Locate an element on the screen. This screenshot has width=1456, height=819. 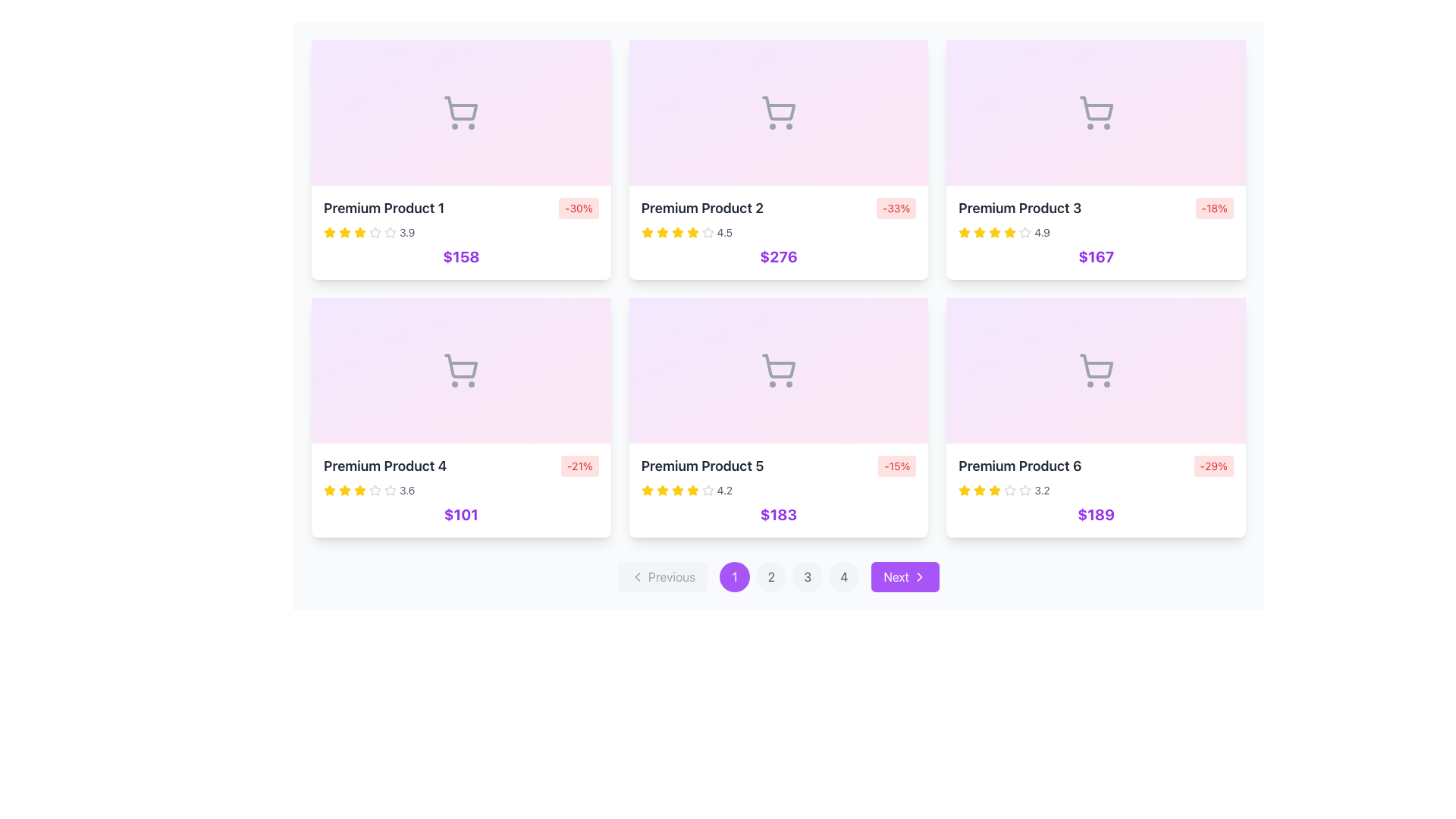
the star icon that indicates the quality rating of the product titled 'Premium Product 6', located at the bottom-right corner of the grid layout is located at coordinates (980, 490).